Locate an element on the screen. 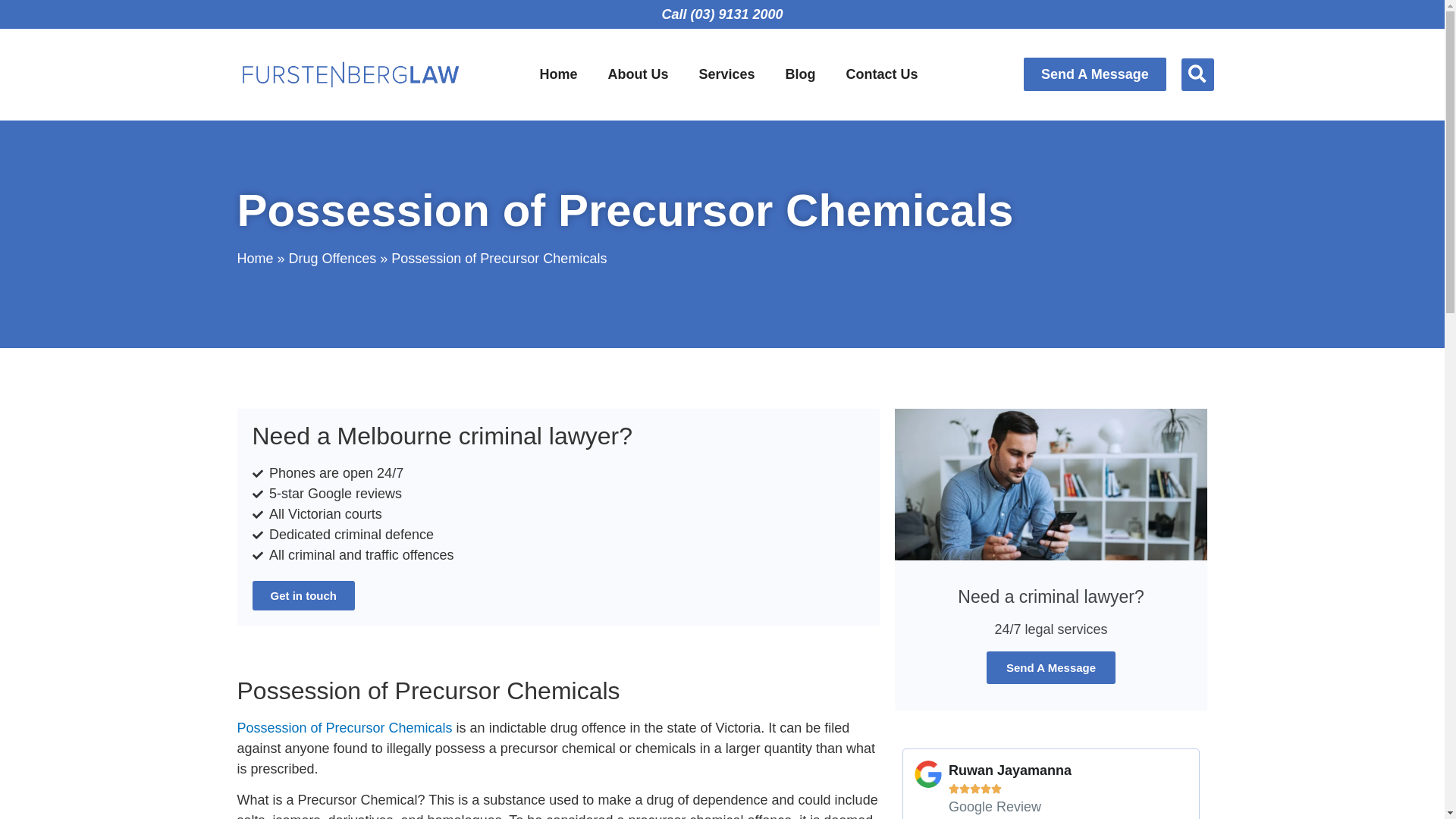 The width and height of the screenshot is (1456, 819). 'Get in touch' is located at coordinates (303, 595).